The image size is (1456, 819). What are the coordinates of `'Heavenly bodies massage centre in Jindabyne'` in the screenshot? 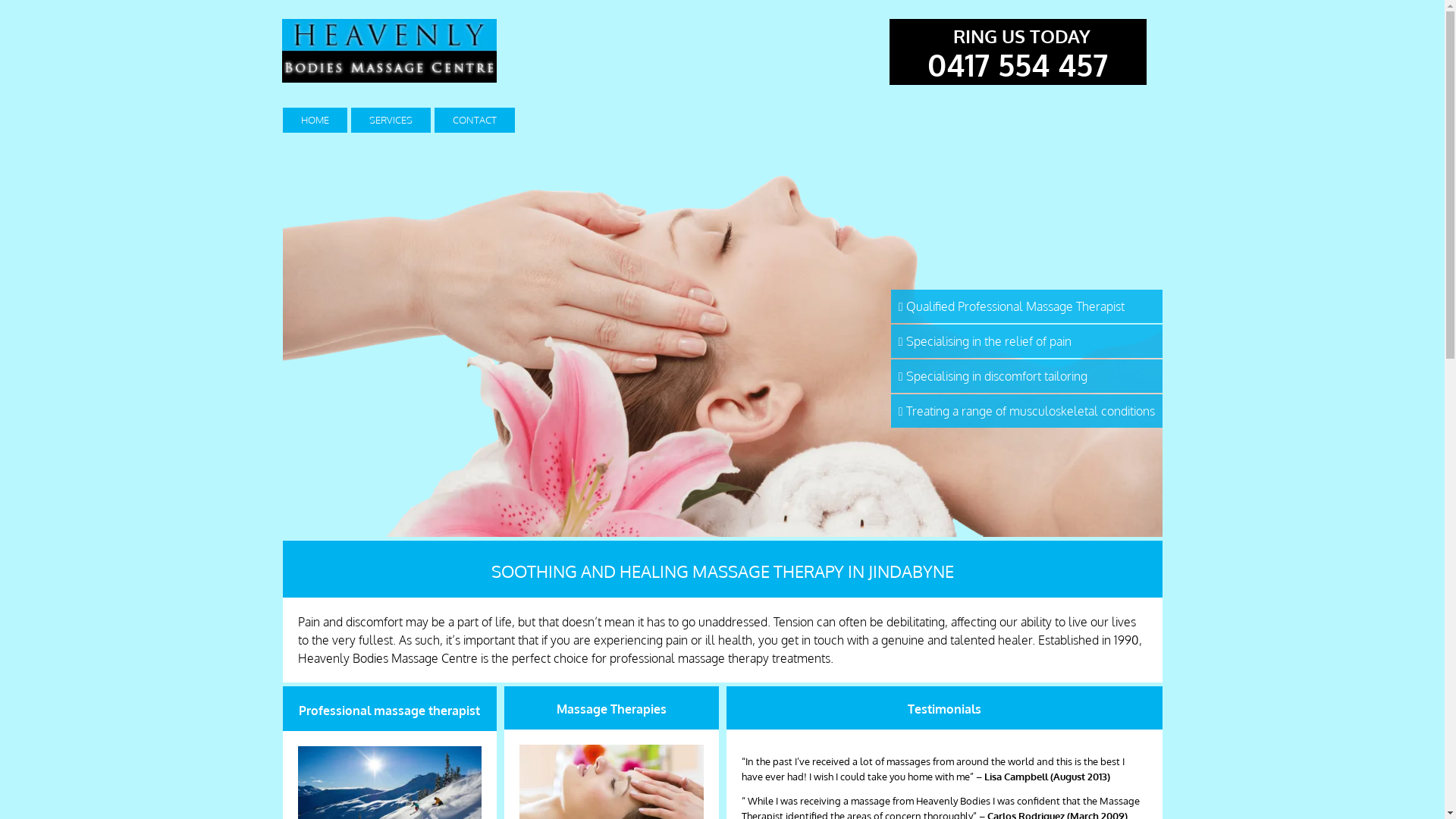 It's located at (720, 335).